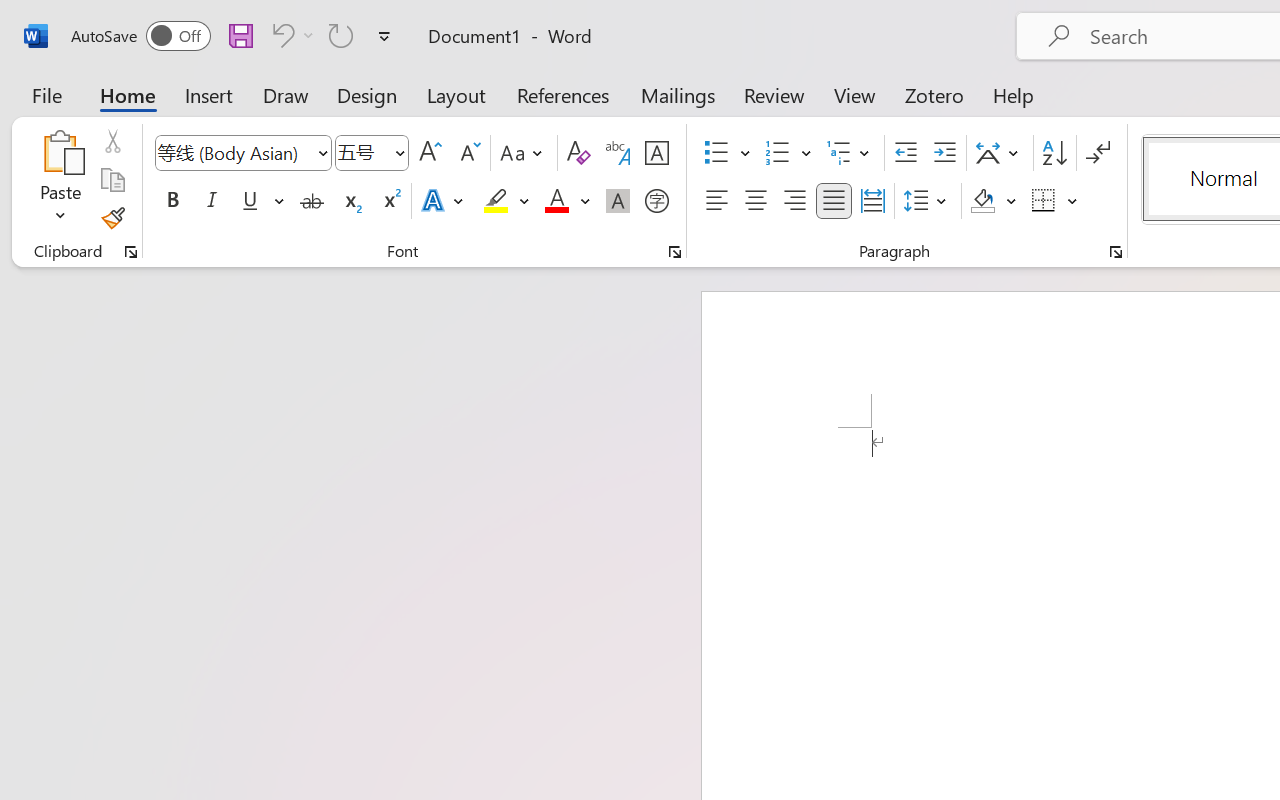 The width and height of the screenshot is (1280, 800). I want to click on 'Can', so click(279, 34).